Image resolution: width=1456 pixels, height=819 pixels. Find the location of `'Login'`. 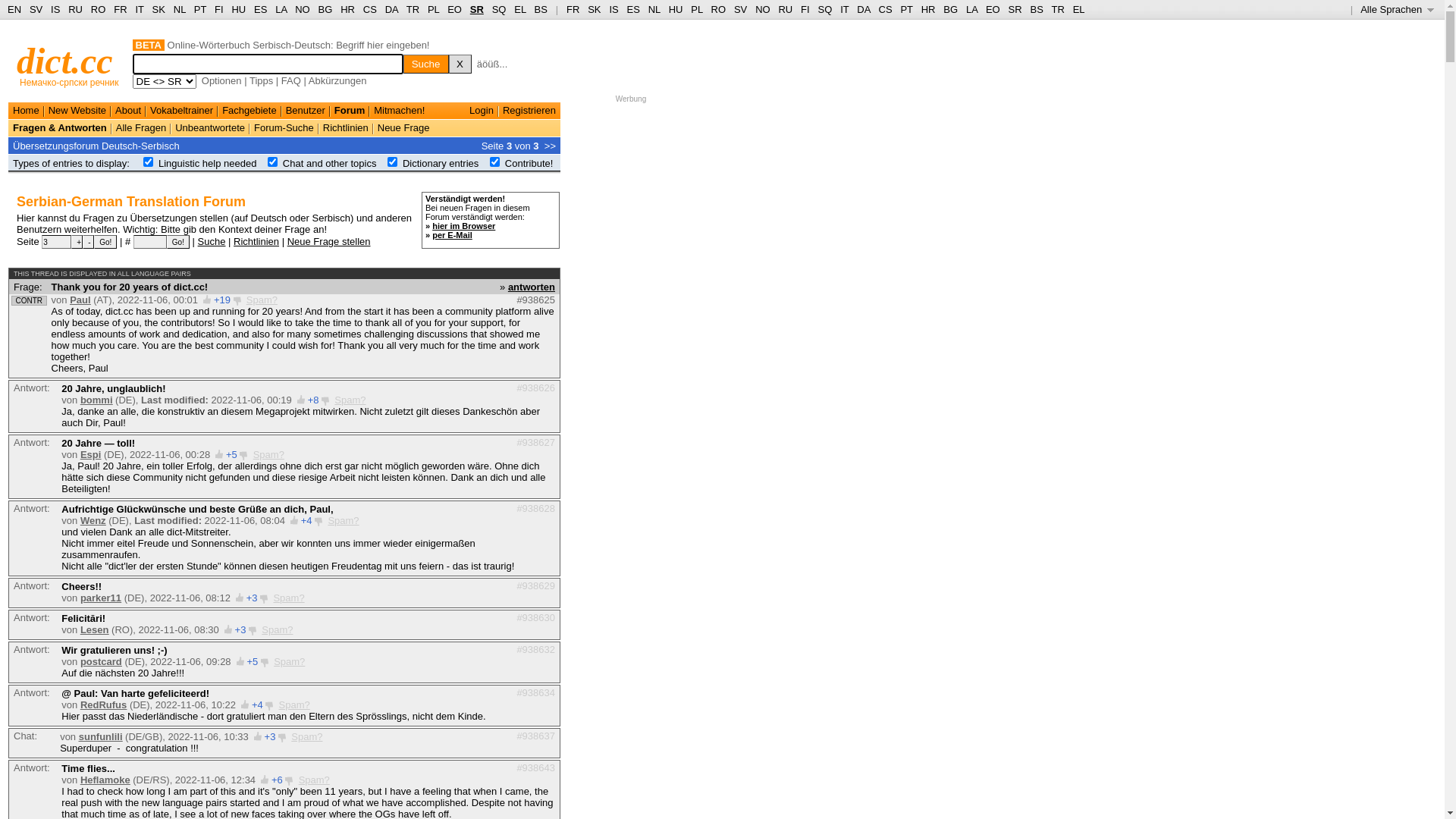

'Login' is located at coordinates (480, 109).